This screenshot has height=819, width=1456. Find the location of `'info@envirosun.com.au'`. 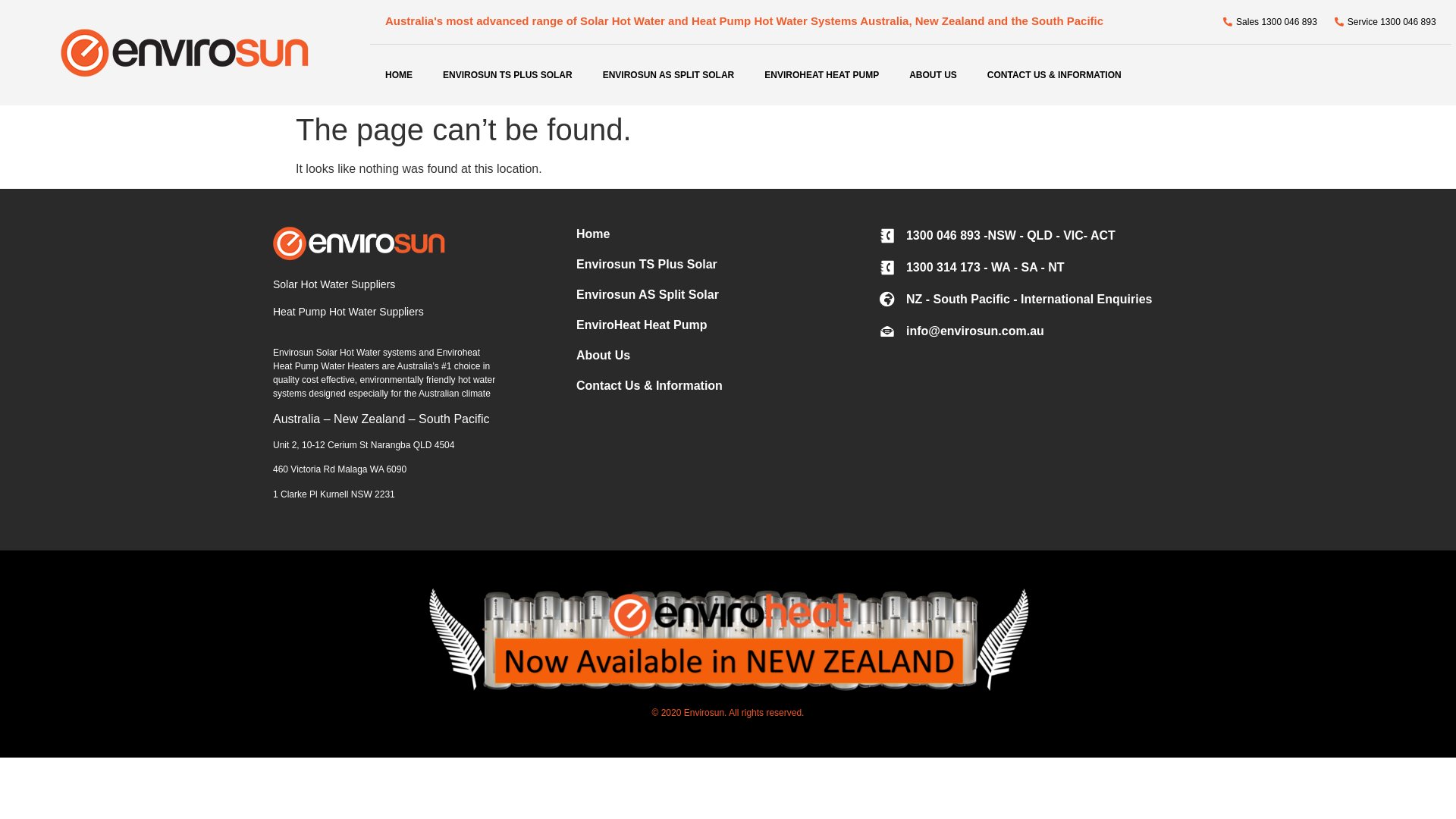

'info@envirosun.com.au' is located at coordinates (880, 330).